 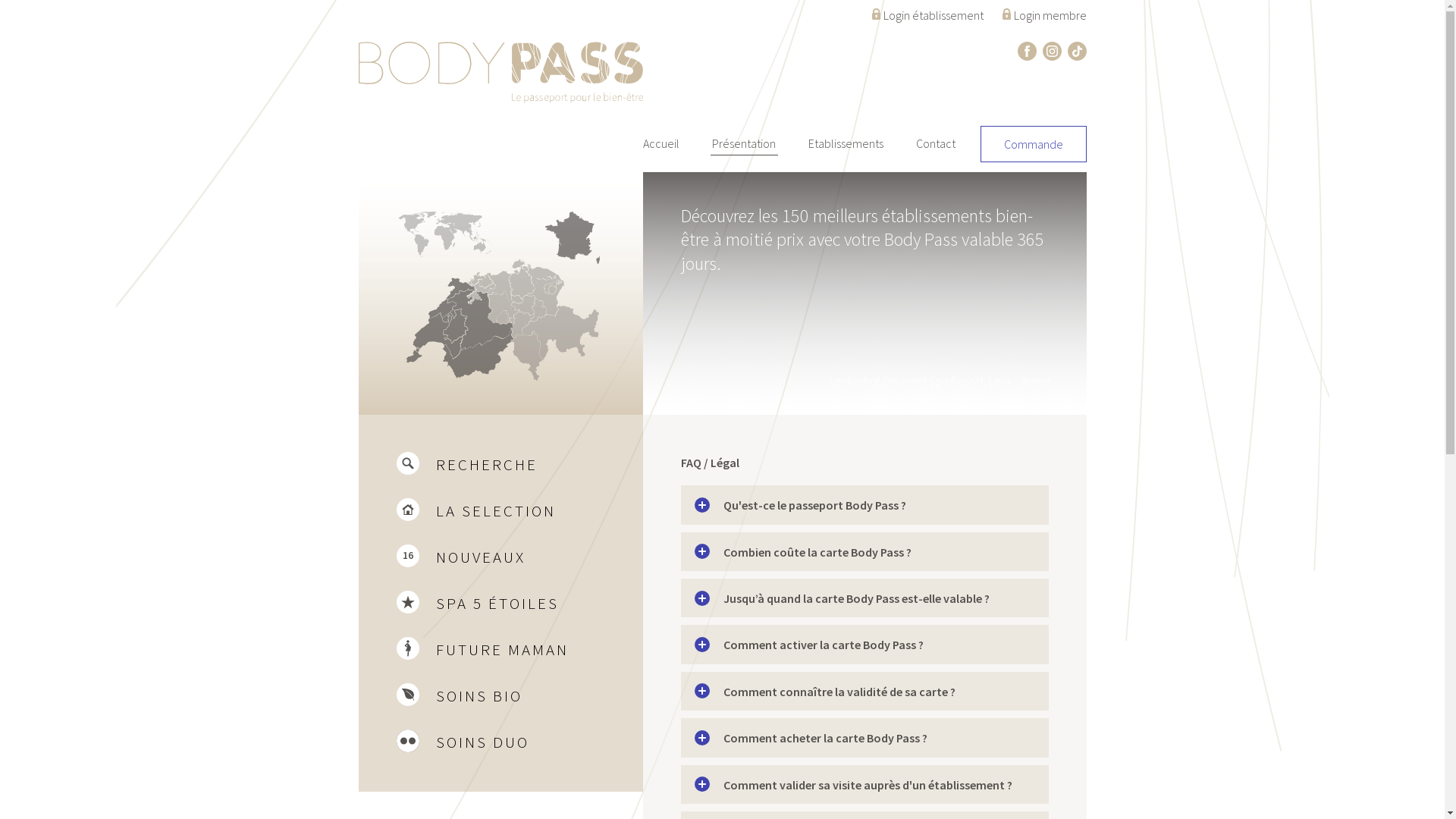 What do you see at coordinates (701, 690) in the screenshot?
I see `'Open'` at bounding box center [701, 690].